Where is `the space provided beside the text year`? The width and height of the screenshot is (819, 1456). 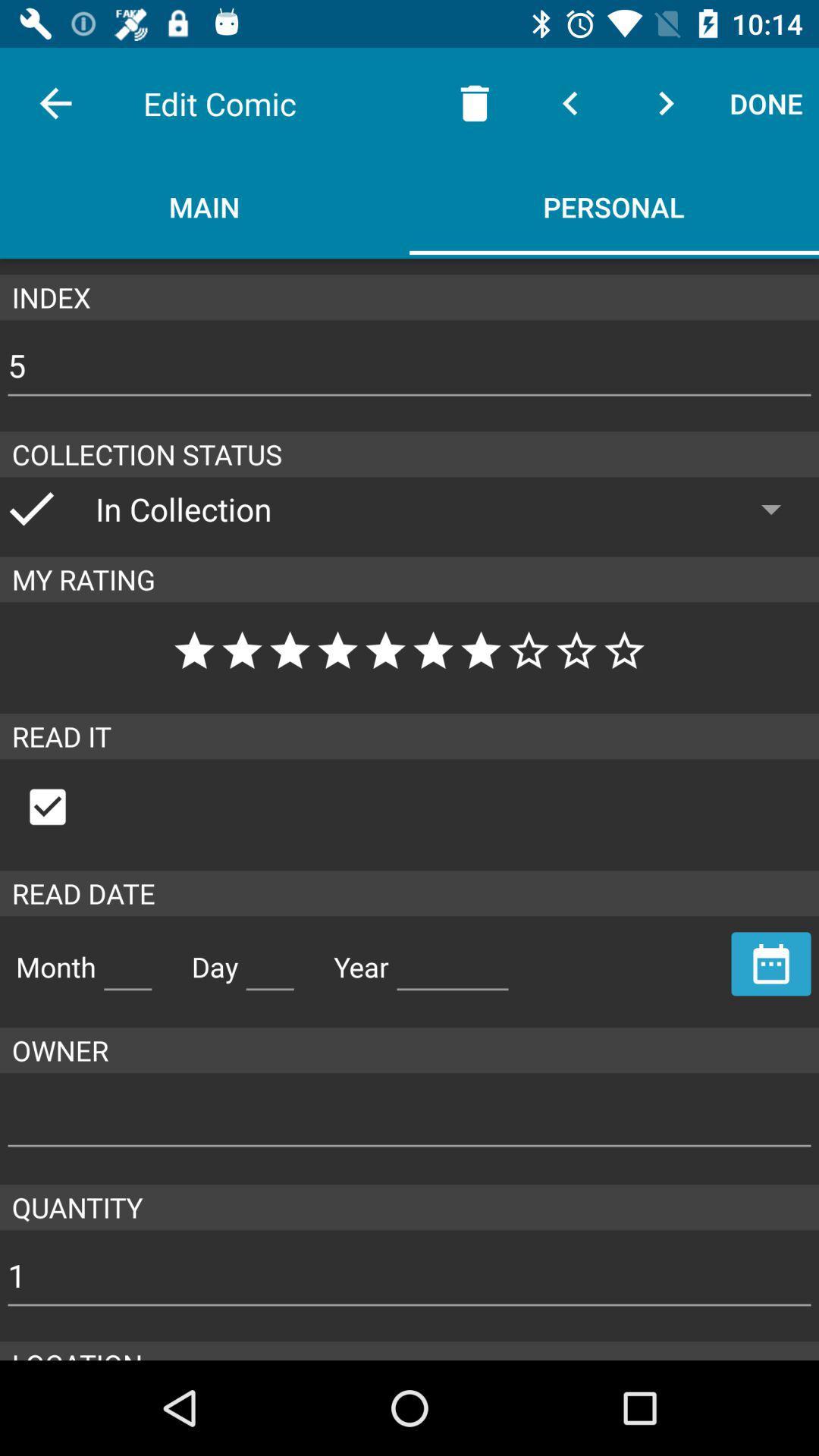
the space provided beside the text year is located at coordinates (452, 960).